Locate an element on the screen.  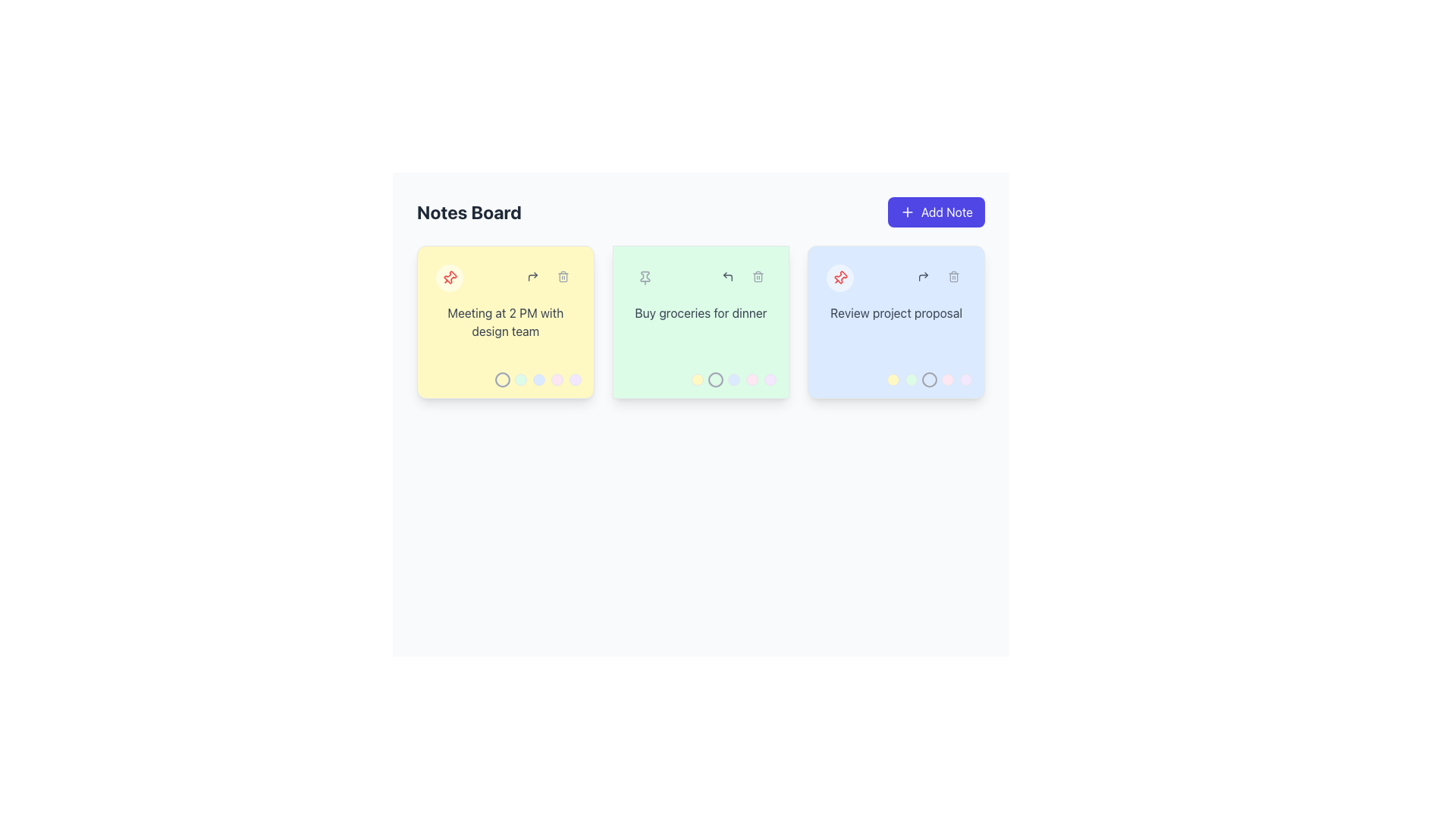
the third selectable button or indicator located in the bottom-right corner of the card labeled 'Buy groceries for dinner' is located at coordinates (734, 379).